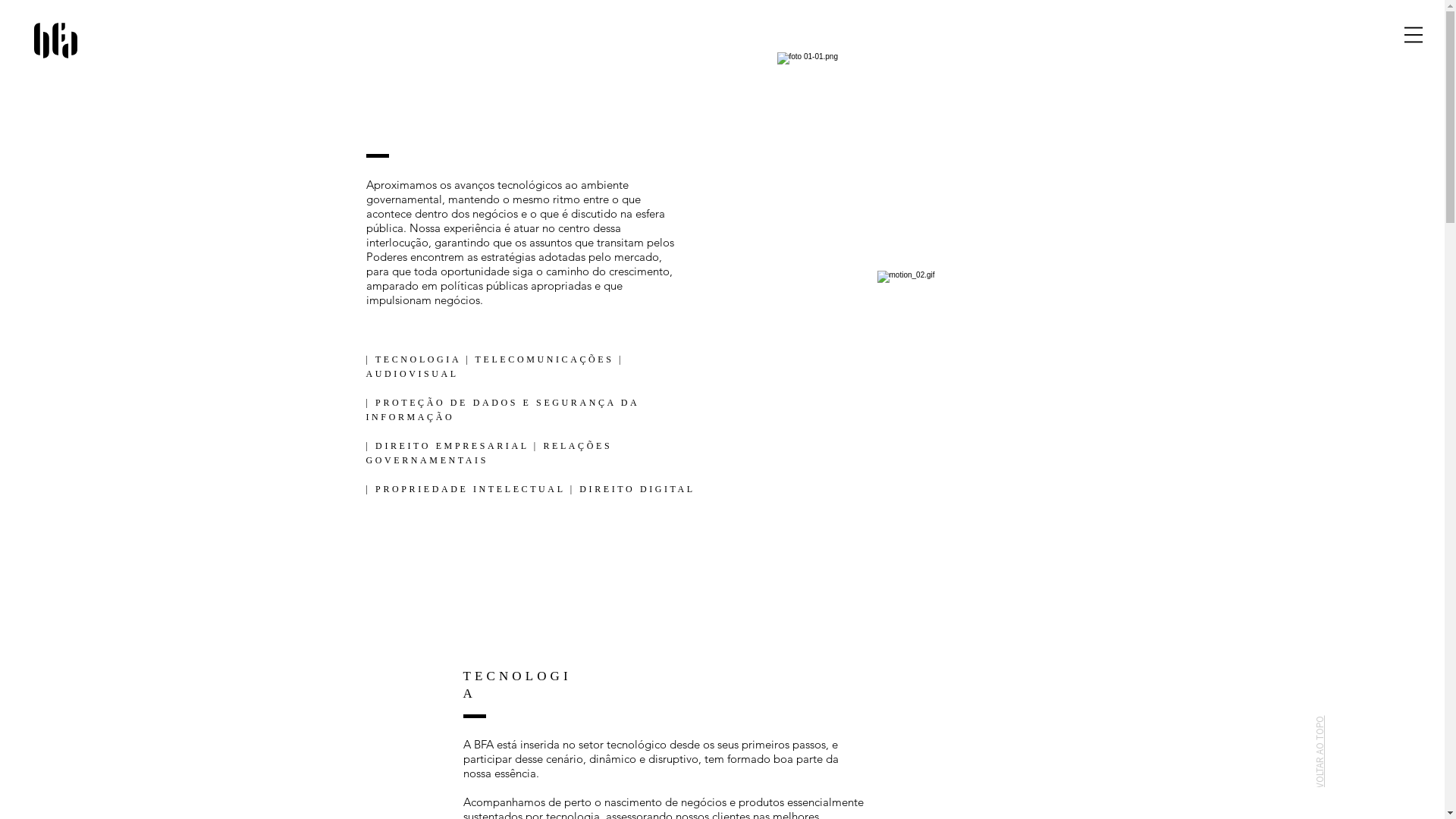 This screenshot has height=819, width=1456. What do you see at coordinates (637, 488) in the screenshot?
I see `'DIREITO DIGITAL'` at bounding box center [637, 488].